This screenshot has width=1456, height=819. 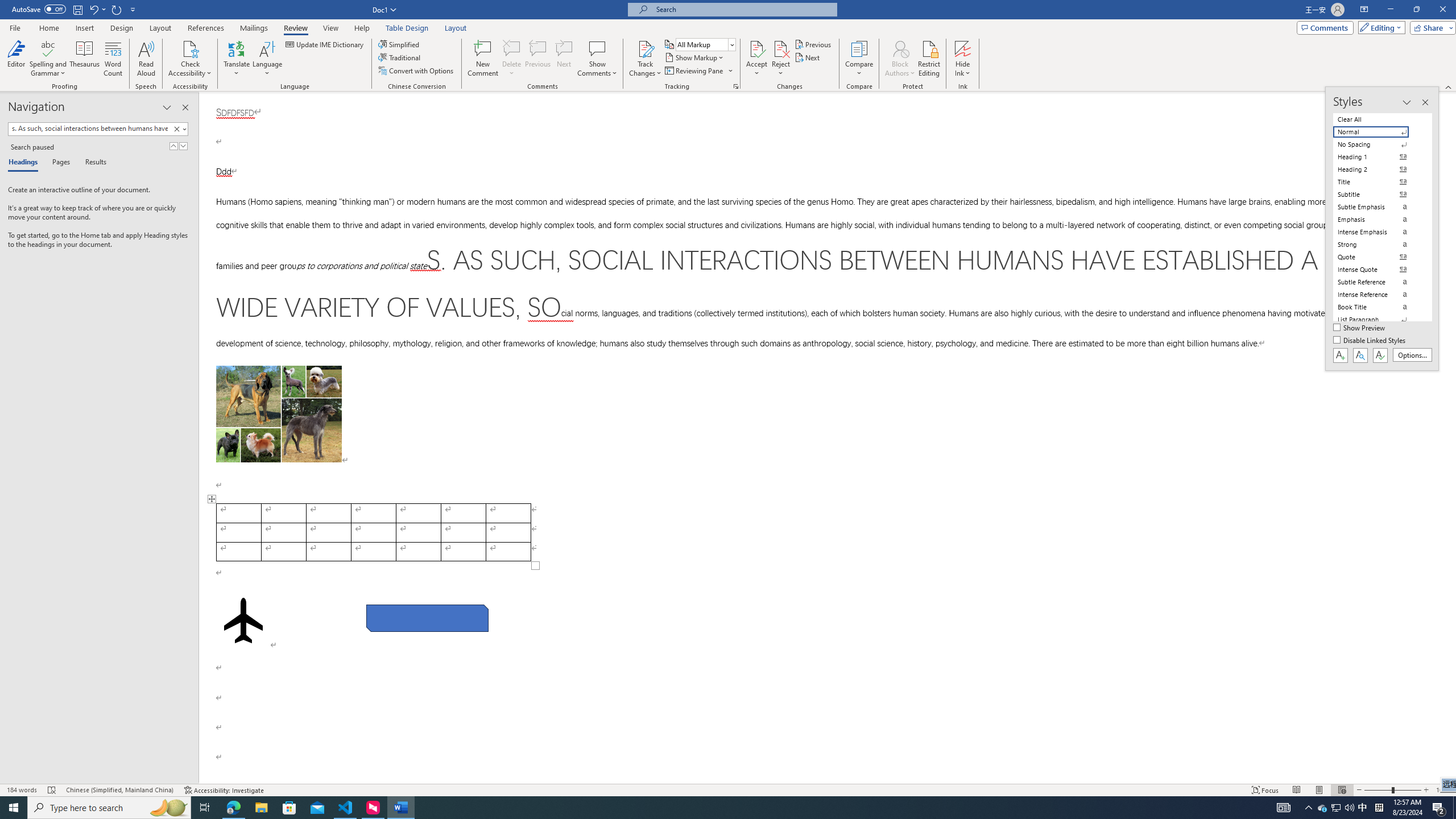 What do you see at coordinates (597, 48) in the screenshot?
I see `'Show Comments'` at bounding box center [597, 48].